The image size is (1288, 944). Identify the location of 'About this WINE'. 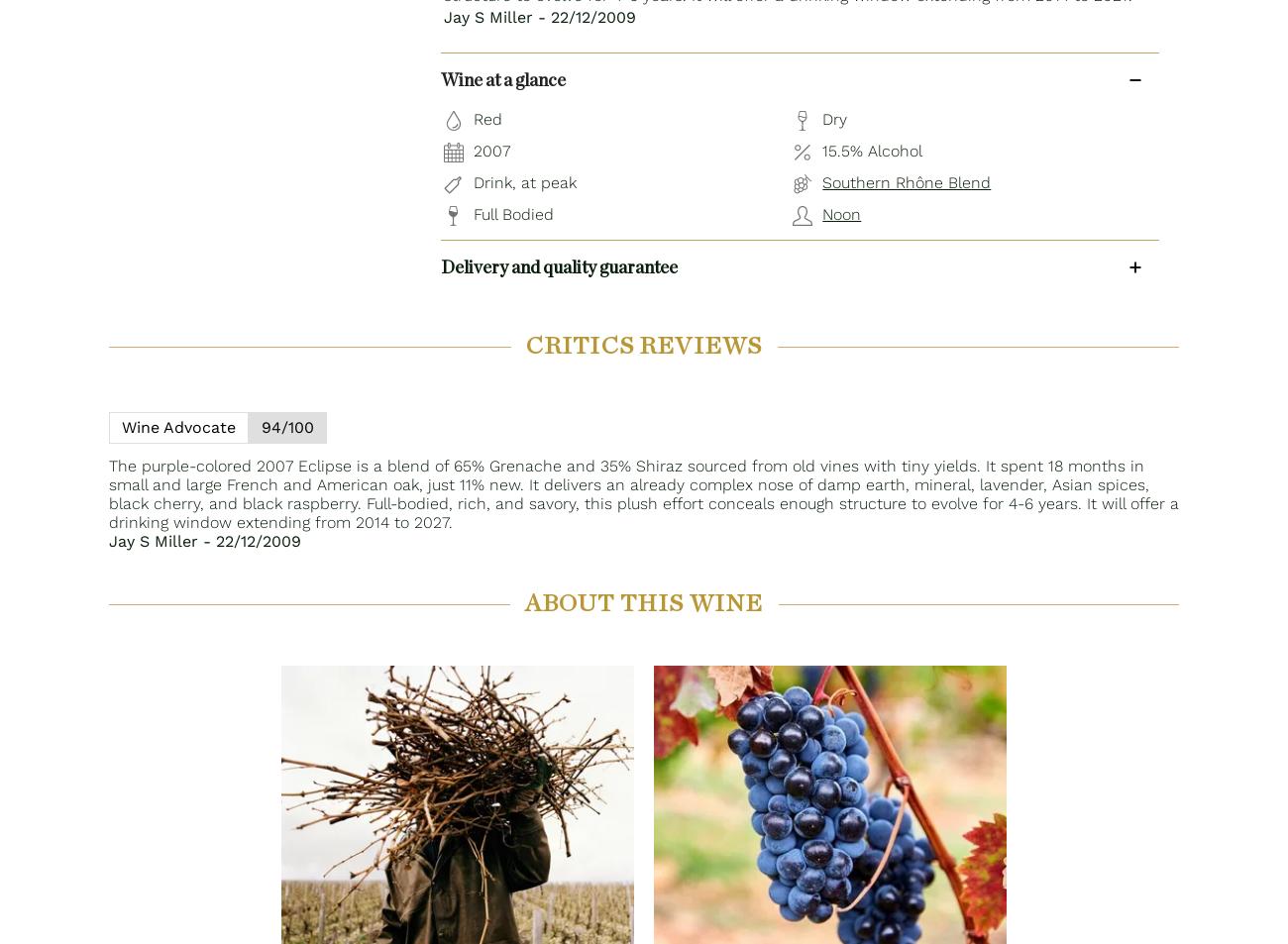
(643, 604).